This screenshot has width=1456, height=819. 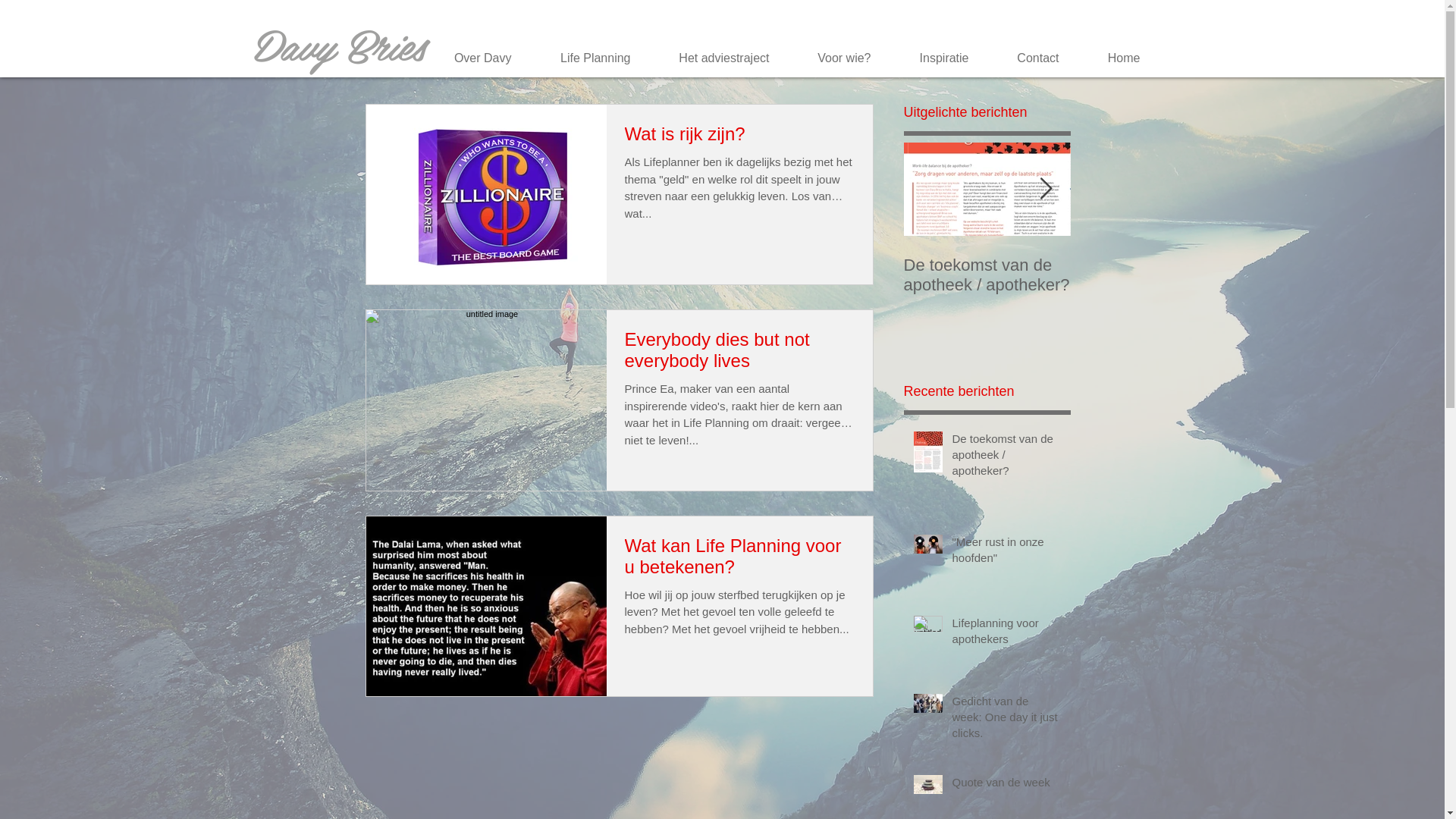 I want to click on 'Over Davy', so click(x=472, y=58).